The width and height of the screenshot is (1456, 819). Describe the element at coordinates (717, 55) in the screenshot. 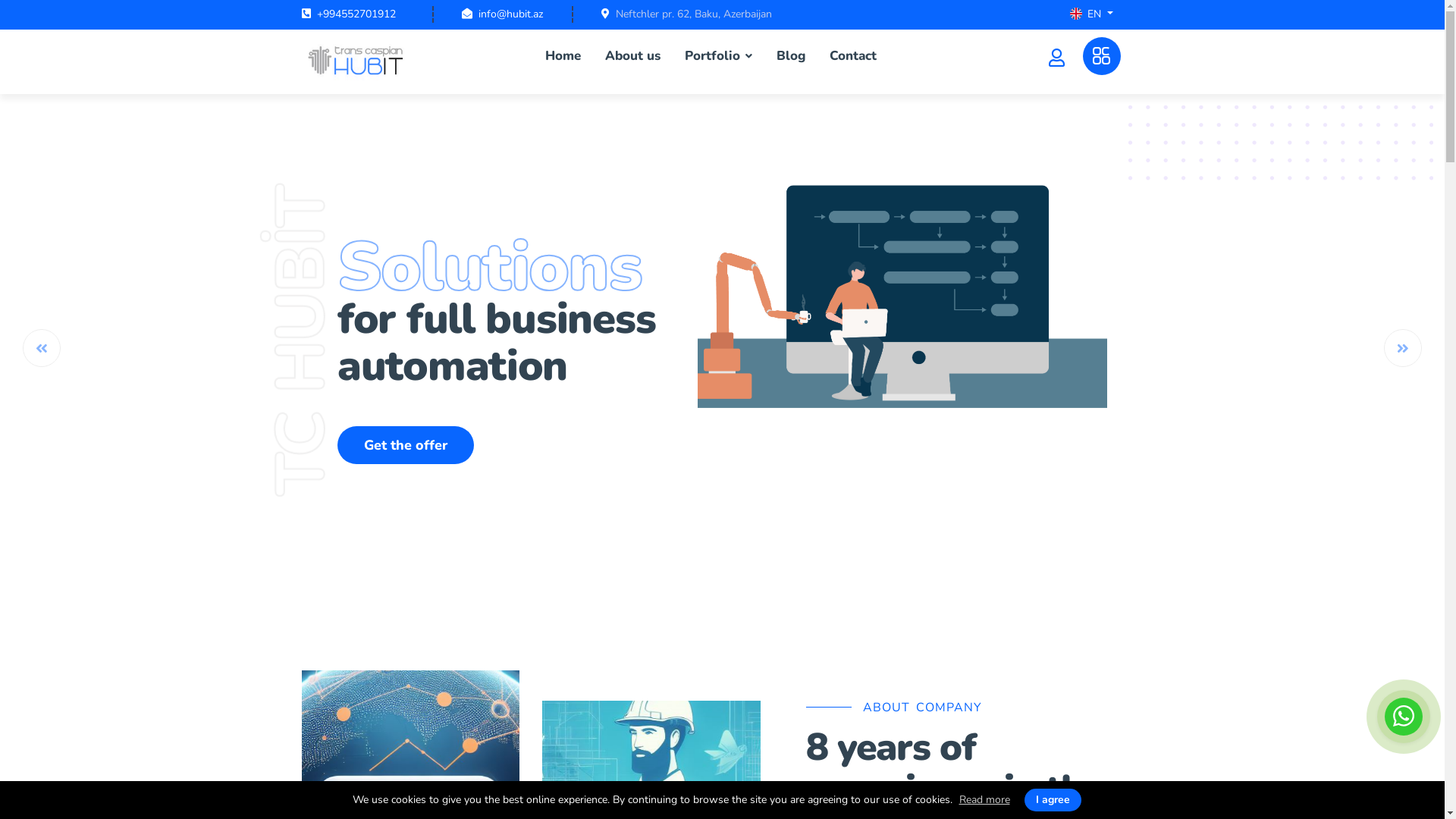

I see `'Portfolio'` at that location.